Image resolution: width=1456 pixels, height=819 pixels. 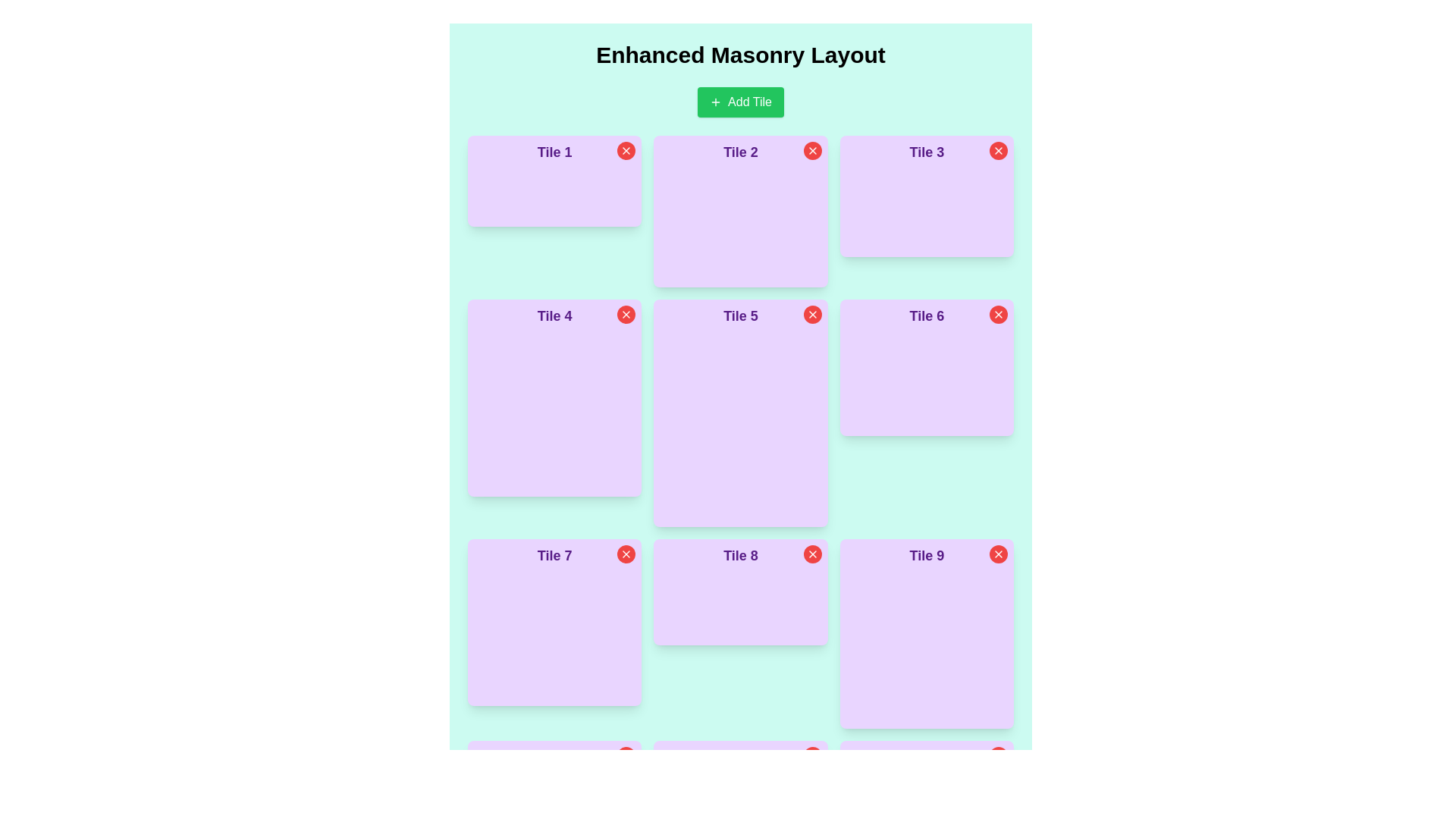 What do you see at coordinates (926, 195) in the screenshot?
I see `the Interactive Tile located in the first row, third column of the grid` at bounding box center [926, 195].